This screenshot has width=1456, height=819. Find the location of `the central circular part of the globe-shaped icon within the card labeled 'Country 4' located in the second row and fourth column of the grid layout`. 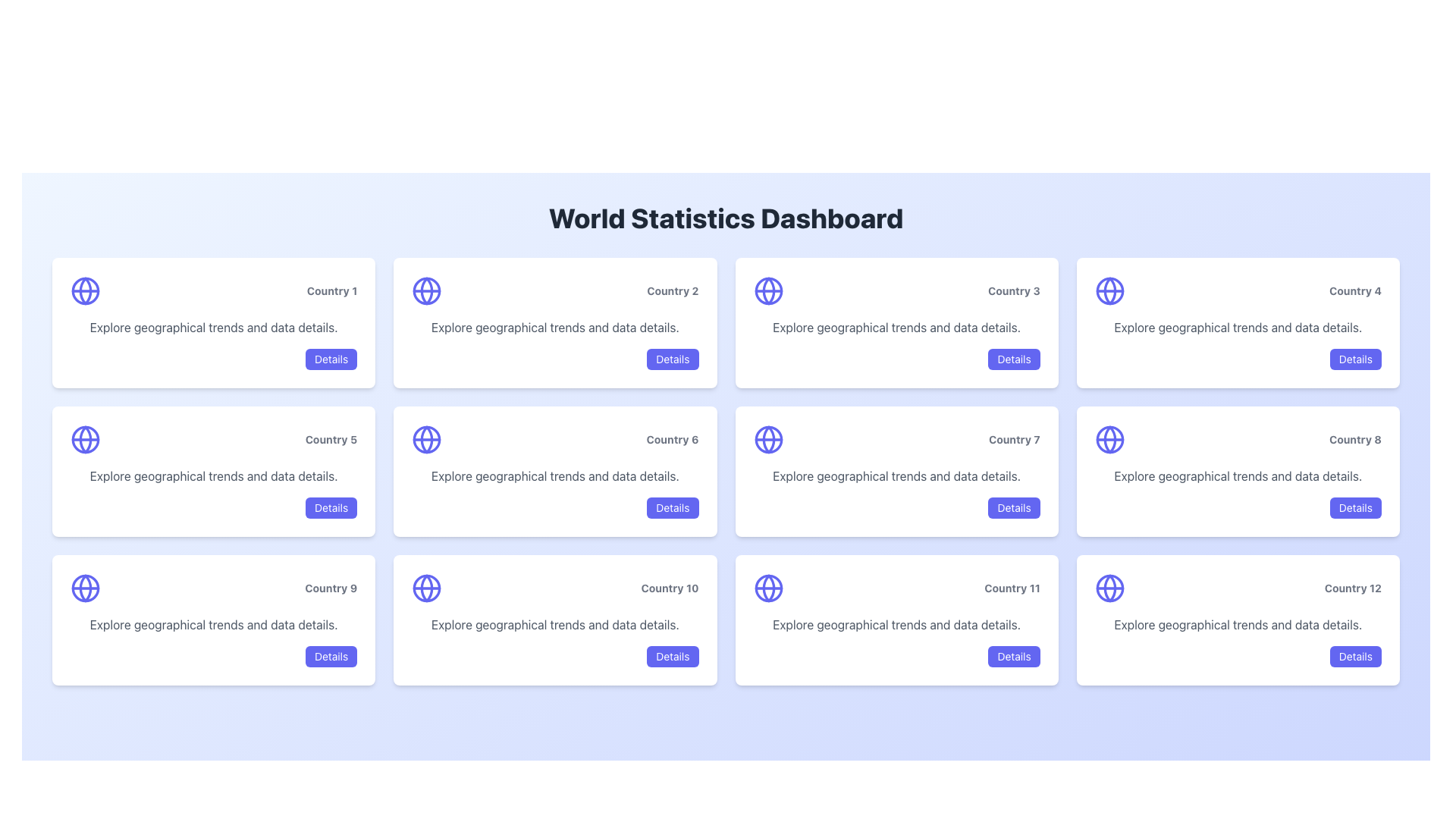

the central circular part of the globe-shaped icon within the card labeled 'Country 4' located in the second row and fourth column of the grid layout is located at coordinates (1109, 291).